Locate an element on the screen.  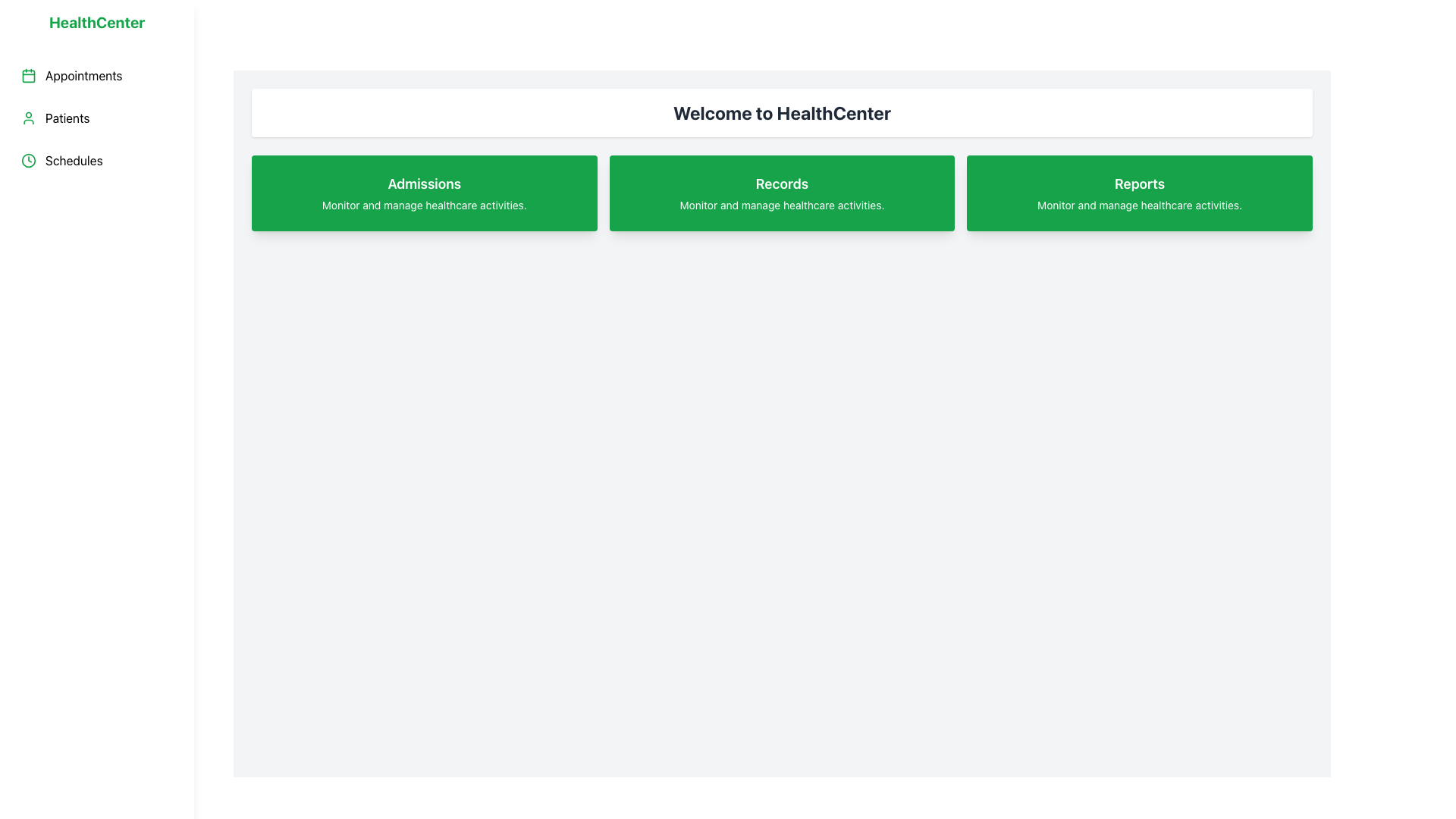
text content of the welcoming header located at the top center of the interface, above the green buttons labeled 'Admissions,' 'Records,' and 'Reports.' is located at coordinates (782, 112).